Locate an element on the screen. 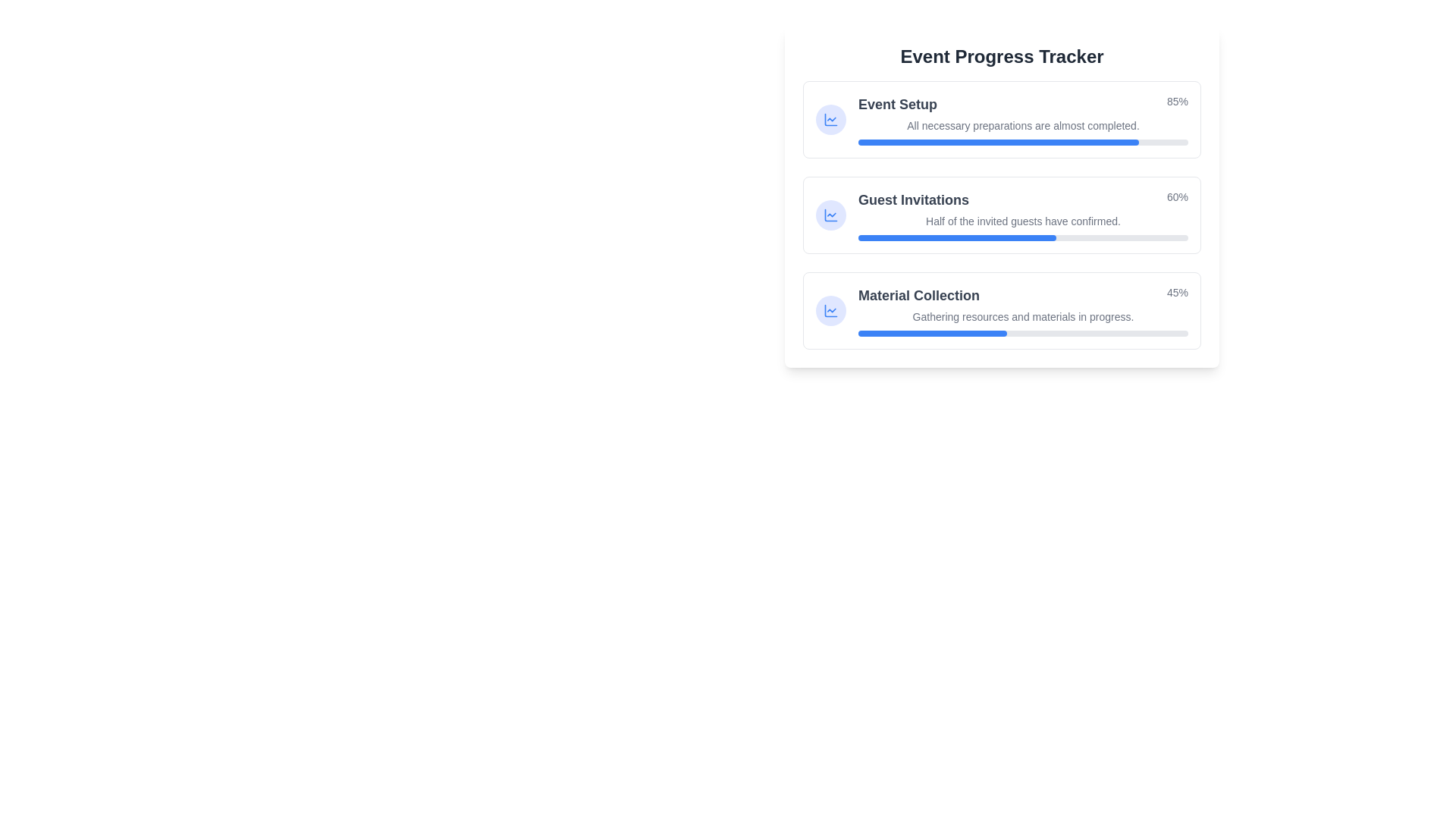  the icon located in the 'Event Setup' section of the progress tracker interface, adjacent to the title 'Event Setup' is located at coordinates (830, 119).